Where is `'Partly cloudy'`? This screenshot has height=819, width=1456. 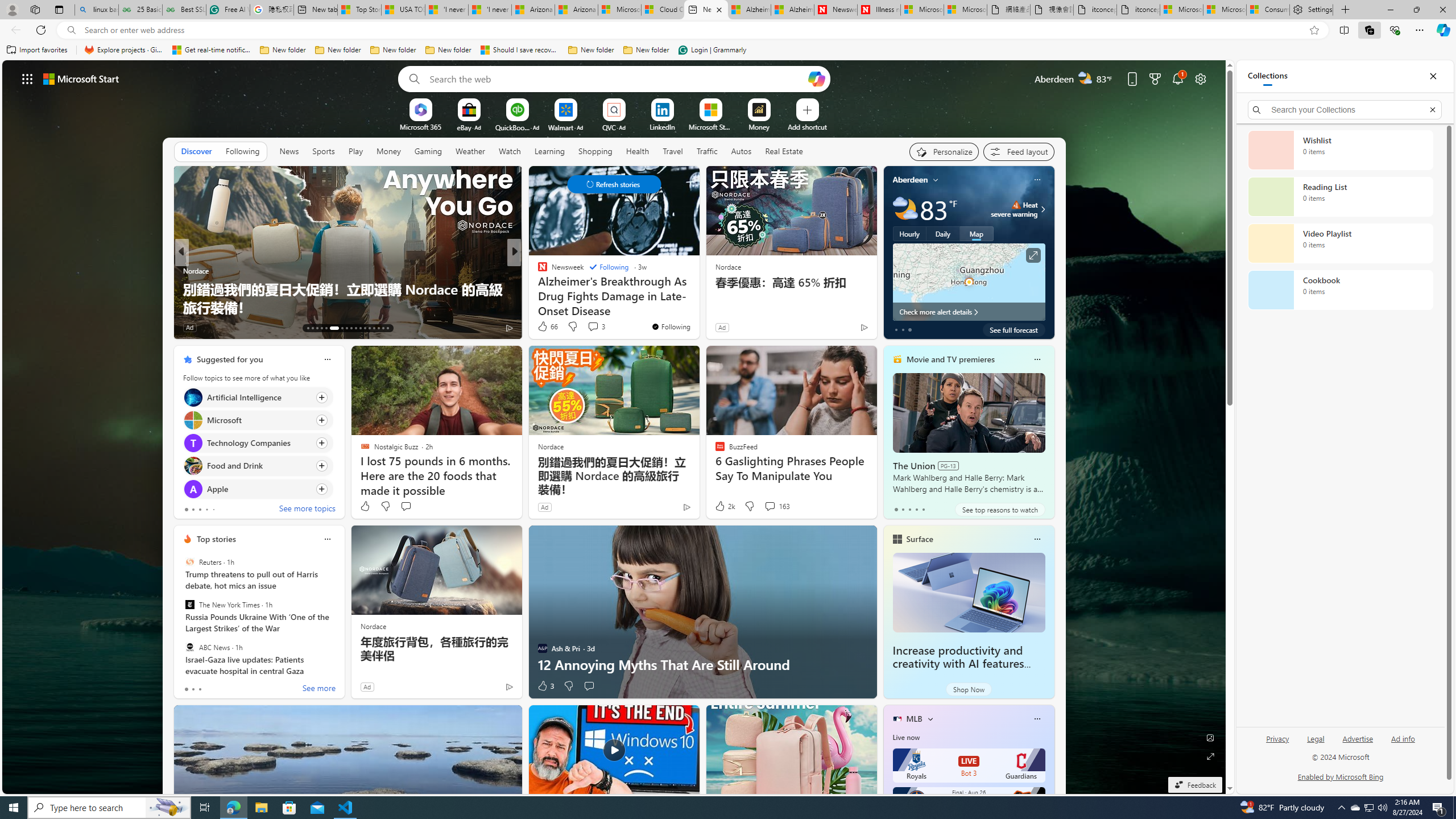 'Partly cloudy' is located at coordinates (904, 209).